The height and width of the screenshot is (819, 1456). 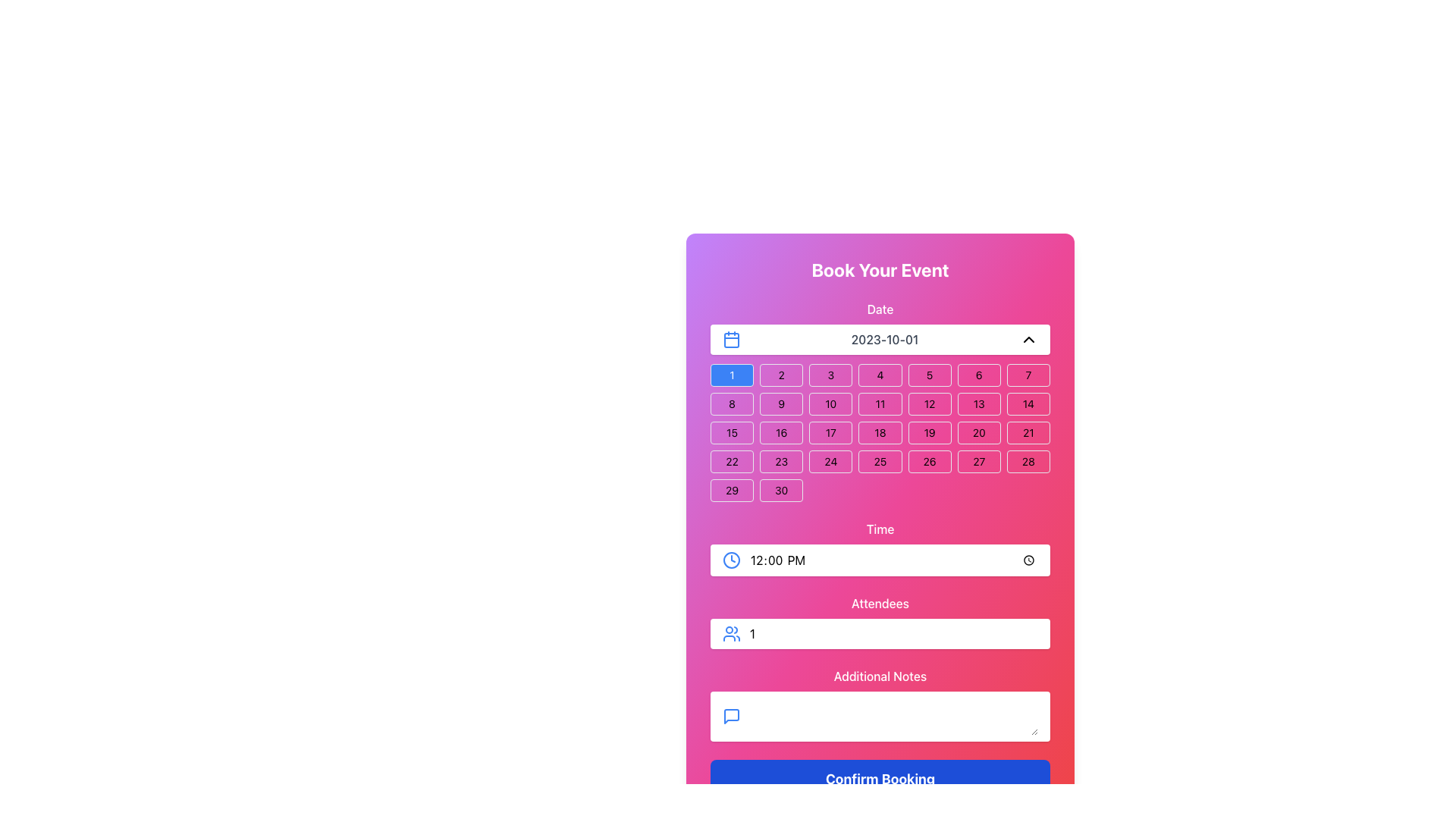 What do you see at coordinates (880, 403) in the screenshot?
I see `the fifth number button in the second row of the calendar interface` at bounding box center [880, 403].